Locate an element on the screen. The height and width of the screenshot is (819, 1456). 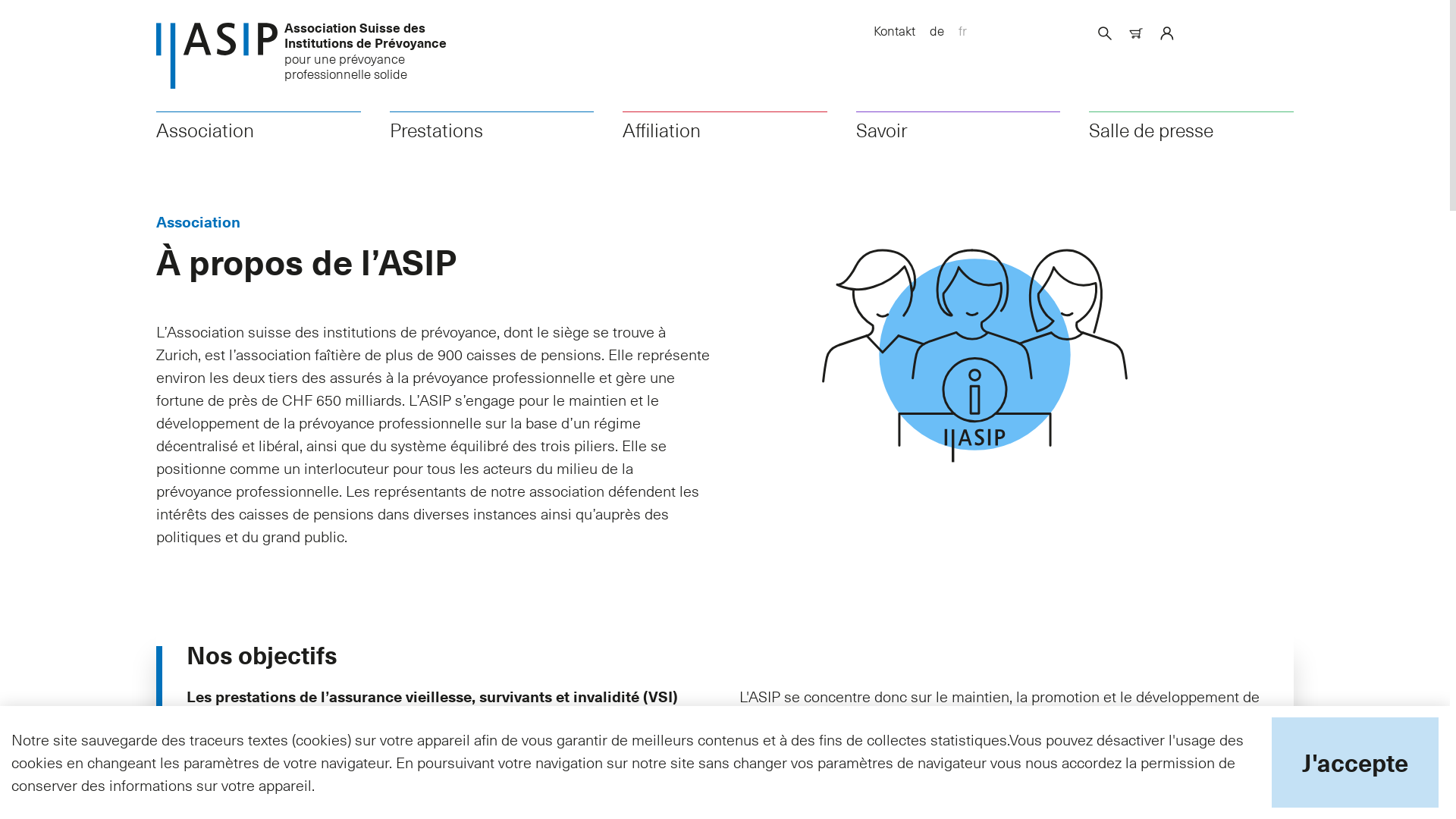
'de' is located at coordinates (936, 30).